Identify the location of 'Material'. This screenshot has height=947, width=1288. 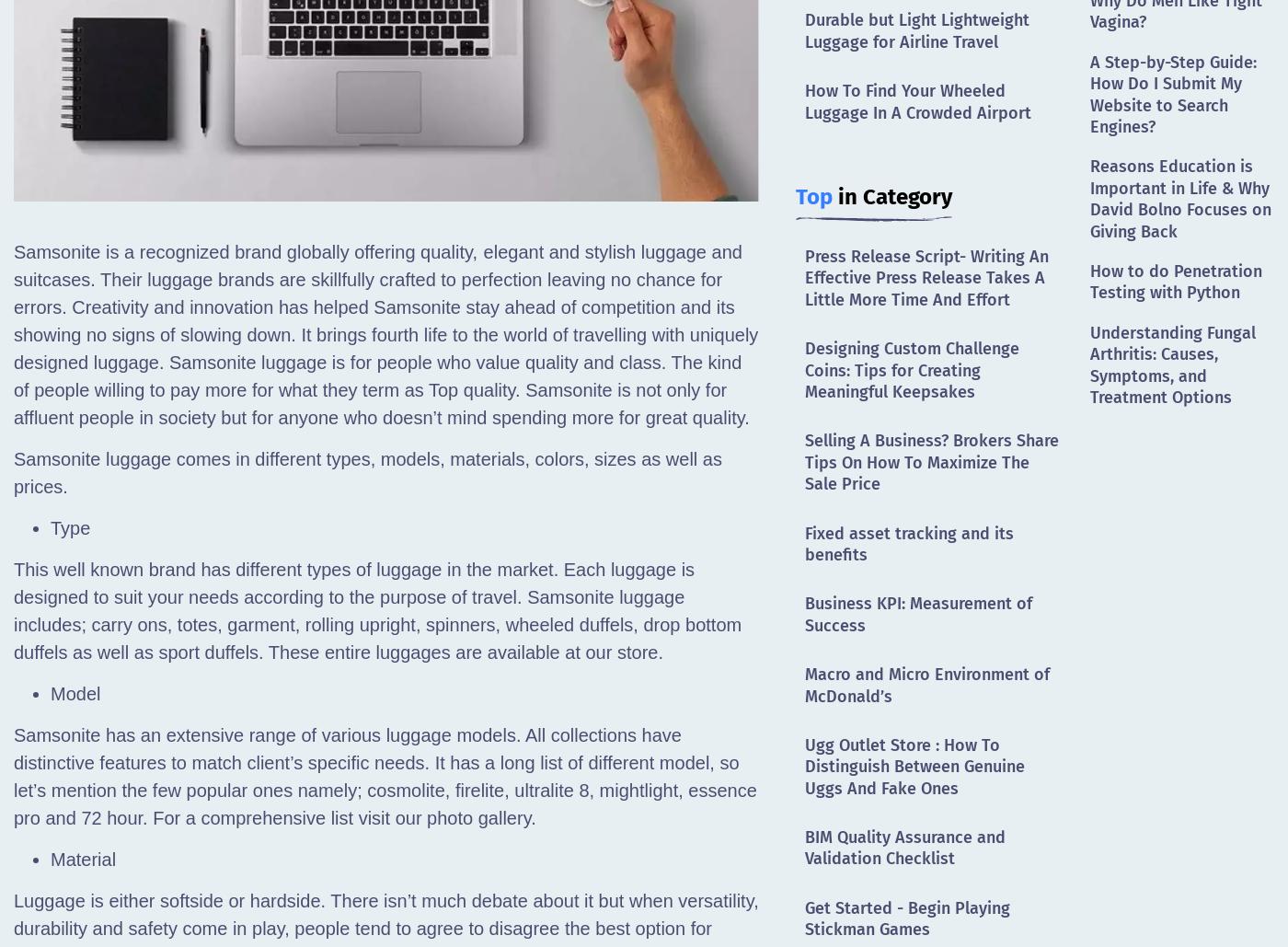
(82, 860).